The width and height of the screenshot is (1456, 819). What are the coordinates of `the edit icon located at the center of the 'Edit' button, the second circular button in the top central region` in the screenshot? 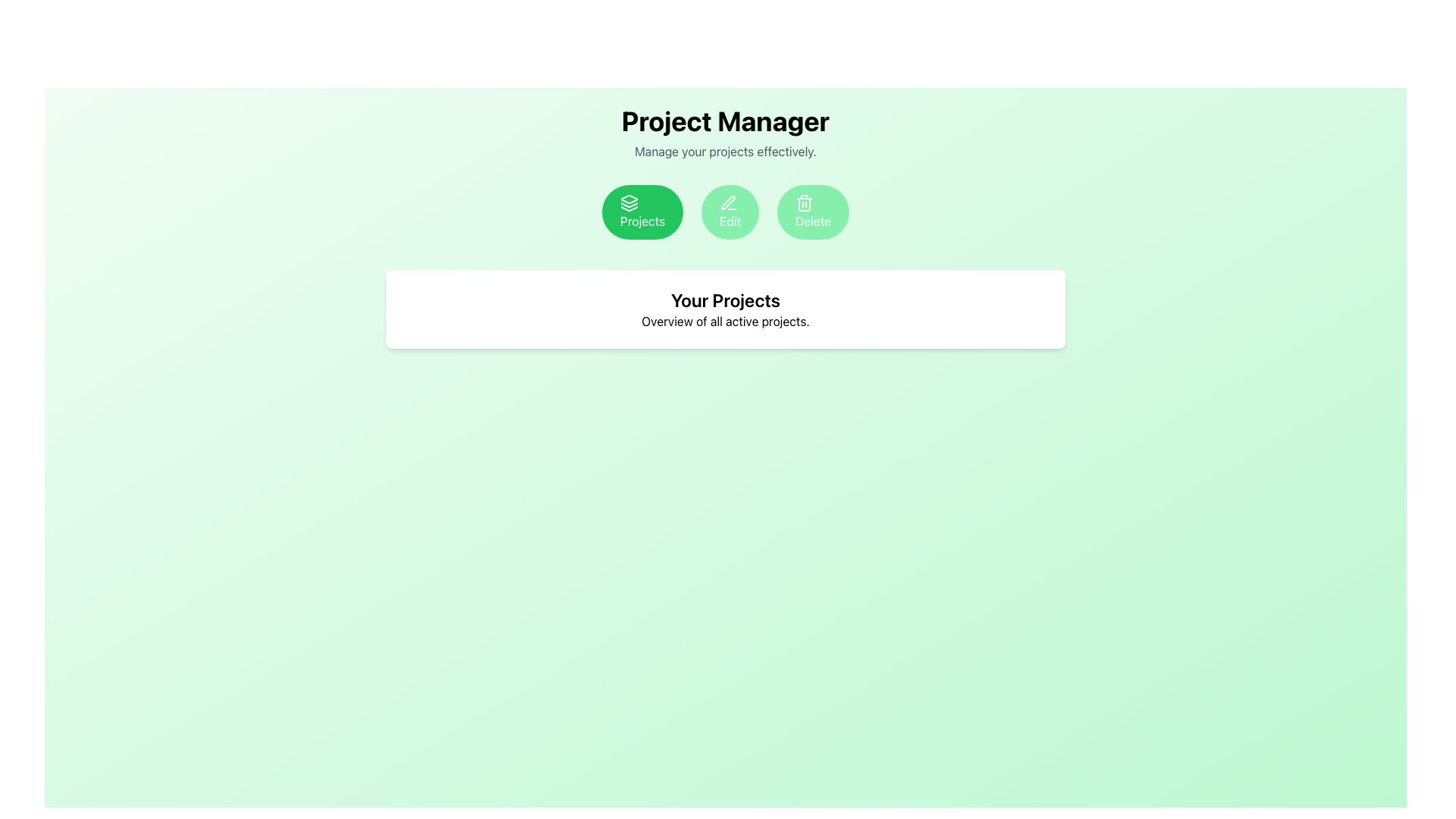 It's located at (728, 202).